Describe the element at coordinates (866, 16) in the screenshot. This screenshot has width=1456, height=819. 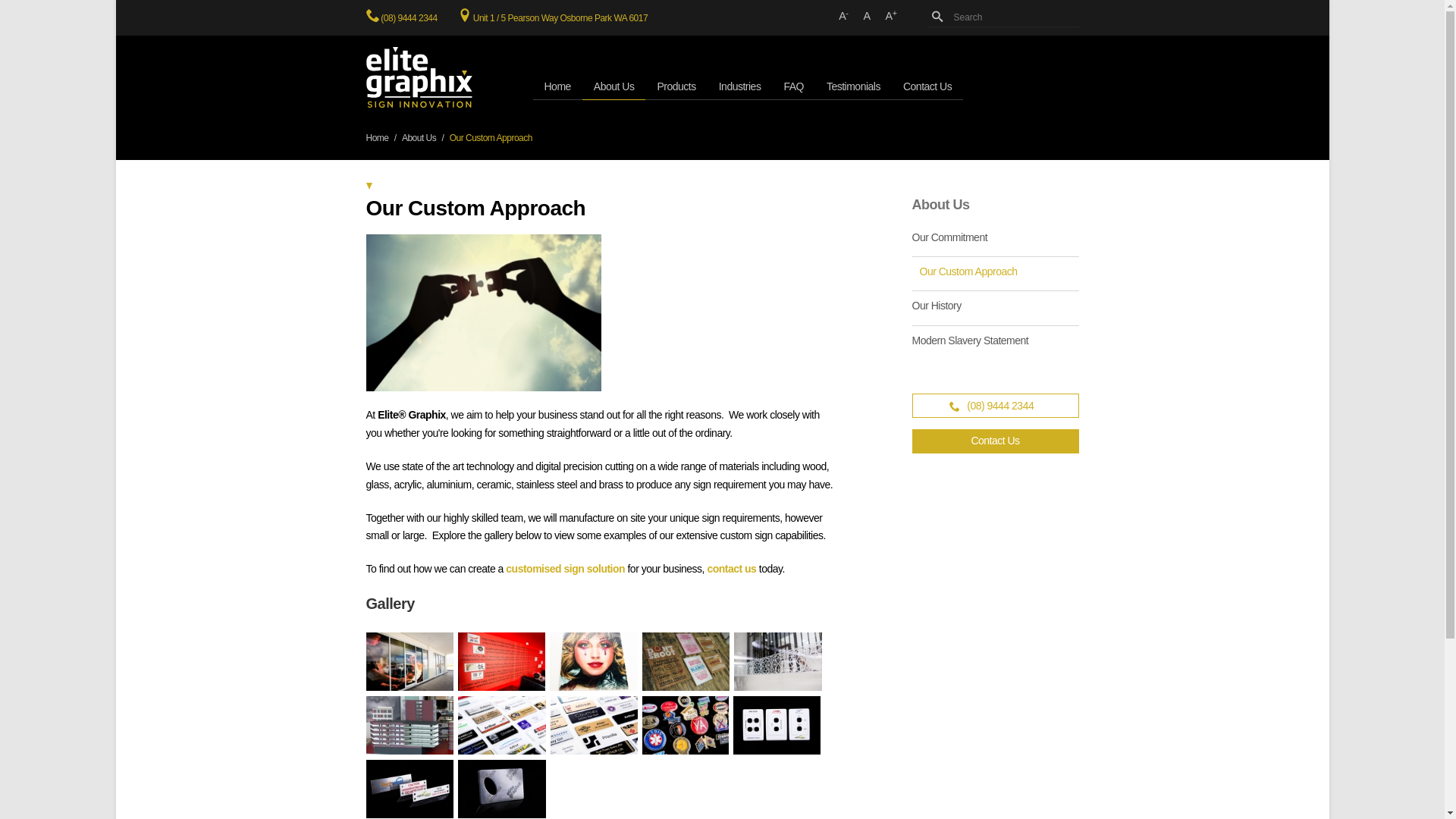
I see `'A'` at that location.